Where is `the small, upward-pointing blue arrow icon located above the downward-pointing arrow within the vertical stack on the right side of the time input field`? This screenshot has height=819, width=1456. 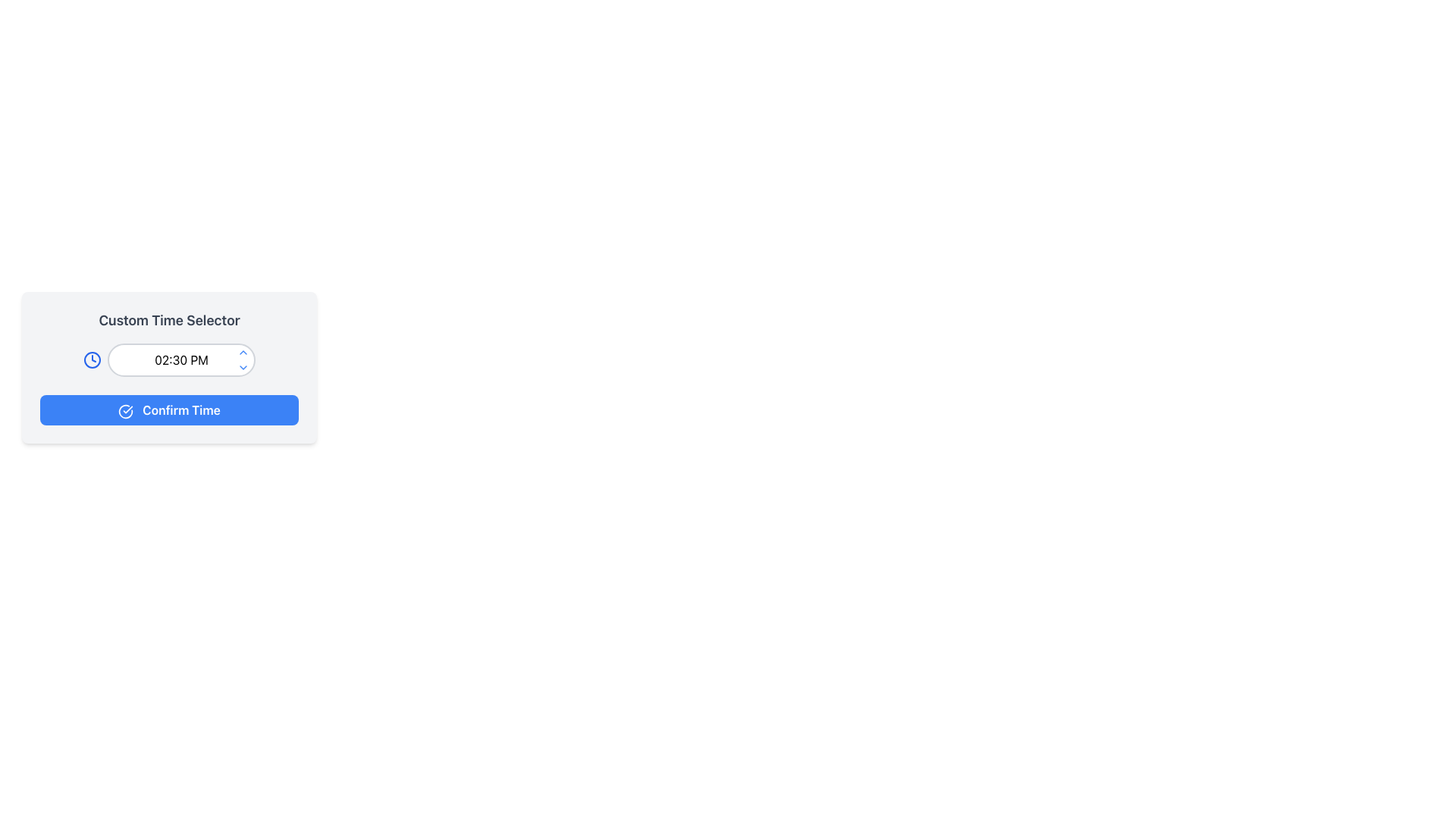 the small, upward-pointing blue arrow icon located above the downward-pointing arrow within the vertical stack on the right side of the time input field is located at coordinates (243, 353).